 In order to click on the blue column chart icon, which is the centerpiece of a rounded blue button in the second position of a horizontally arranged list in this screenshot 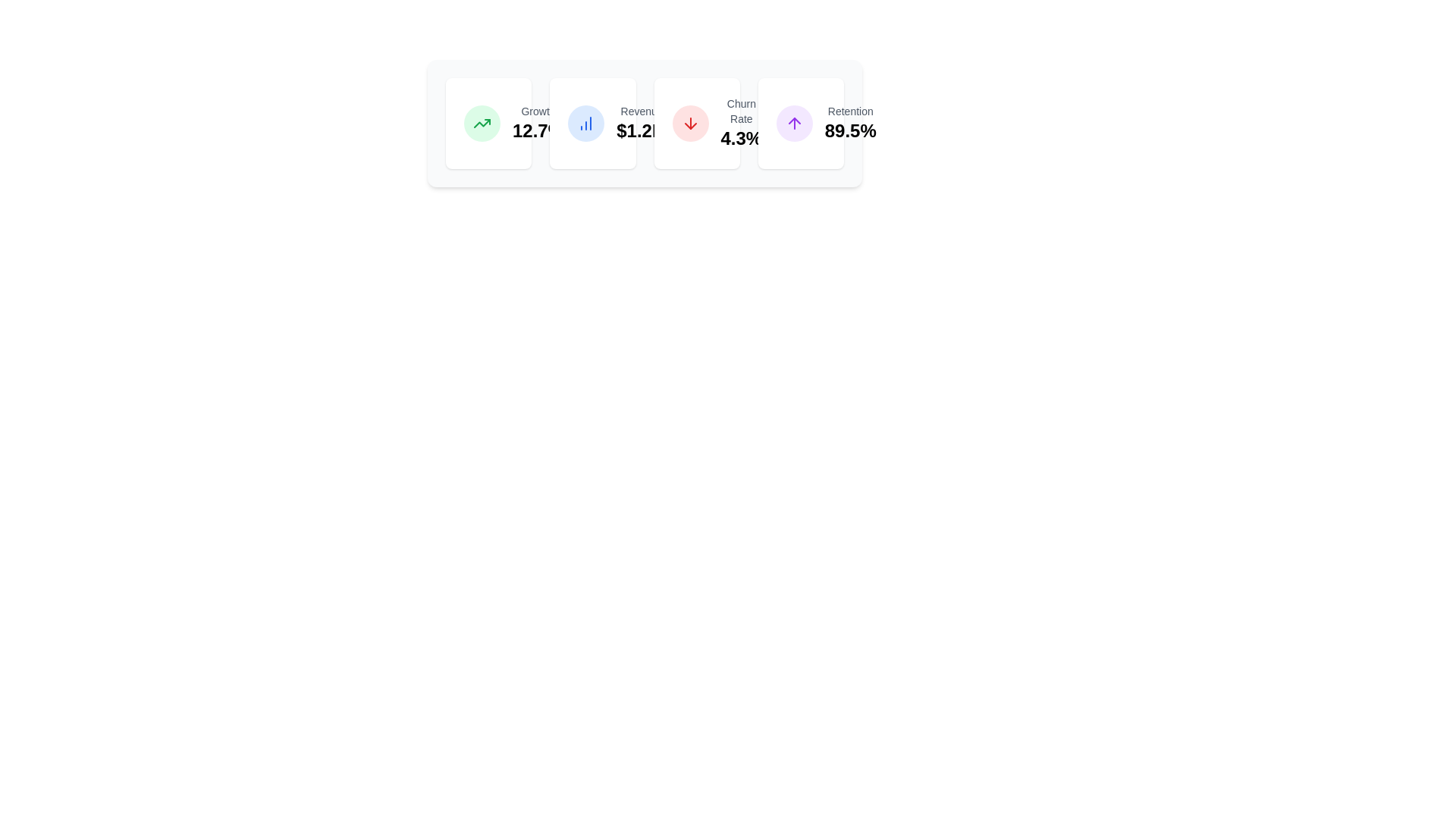, I will do `click(585, 122)`.